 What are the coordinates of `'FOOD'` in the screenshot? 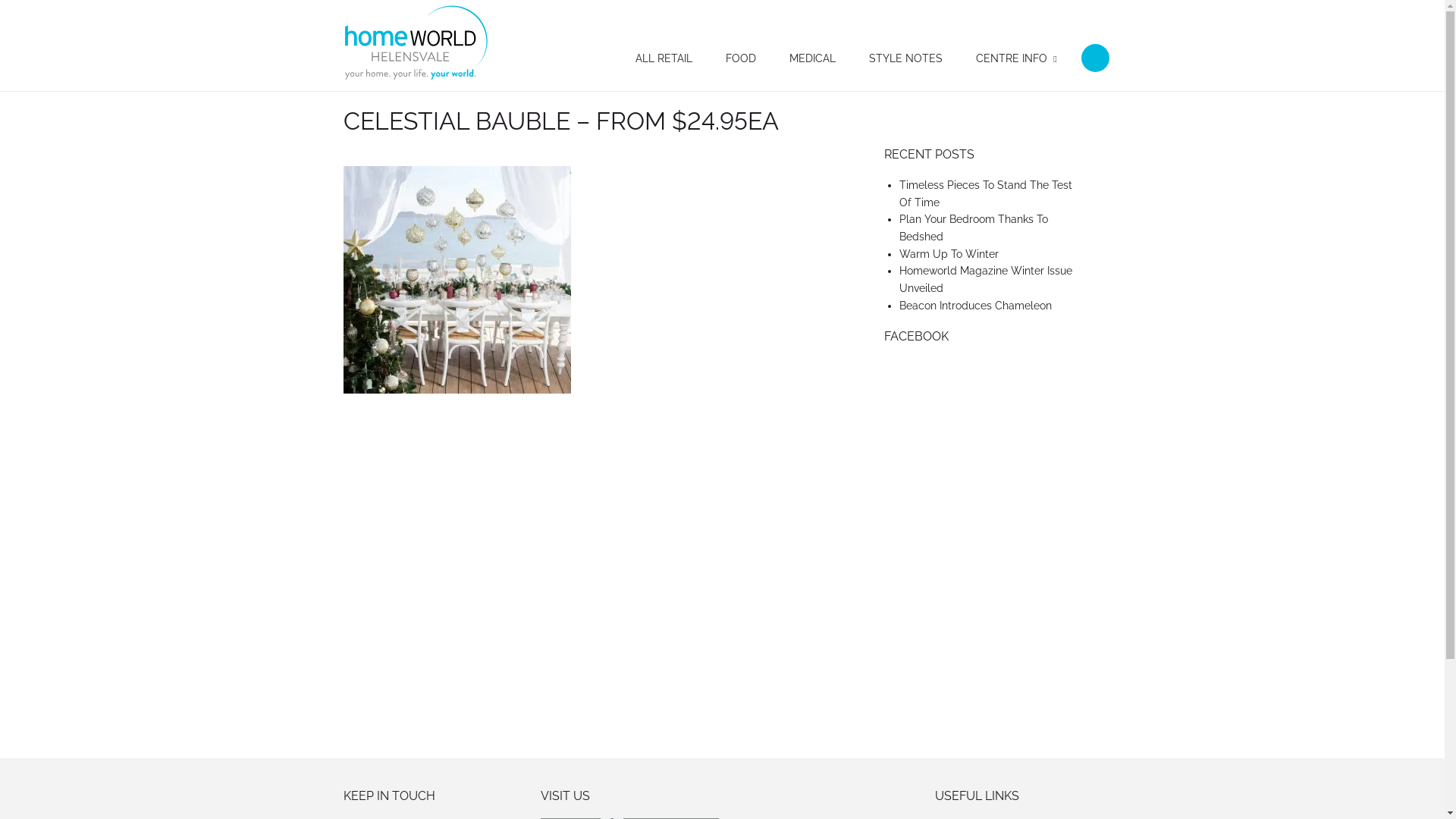 It's located at (739, 58).